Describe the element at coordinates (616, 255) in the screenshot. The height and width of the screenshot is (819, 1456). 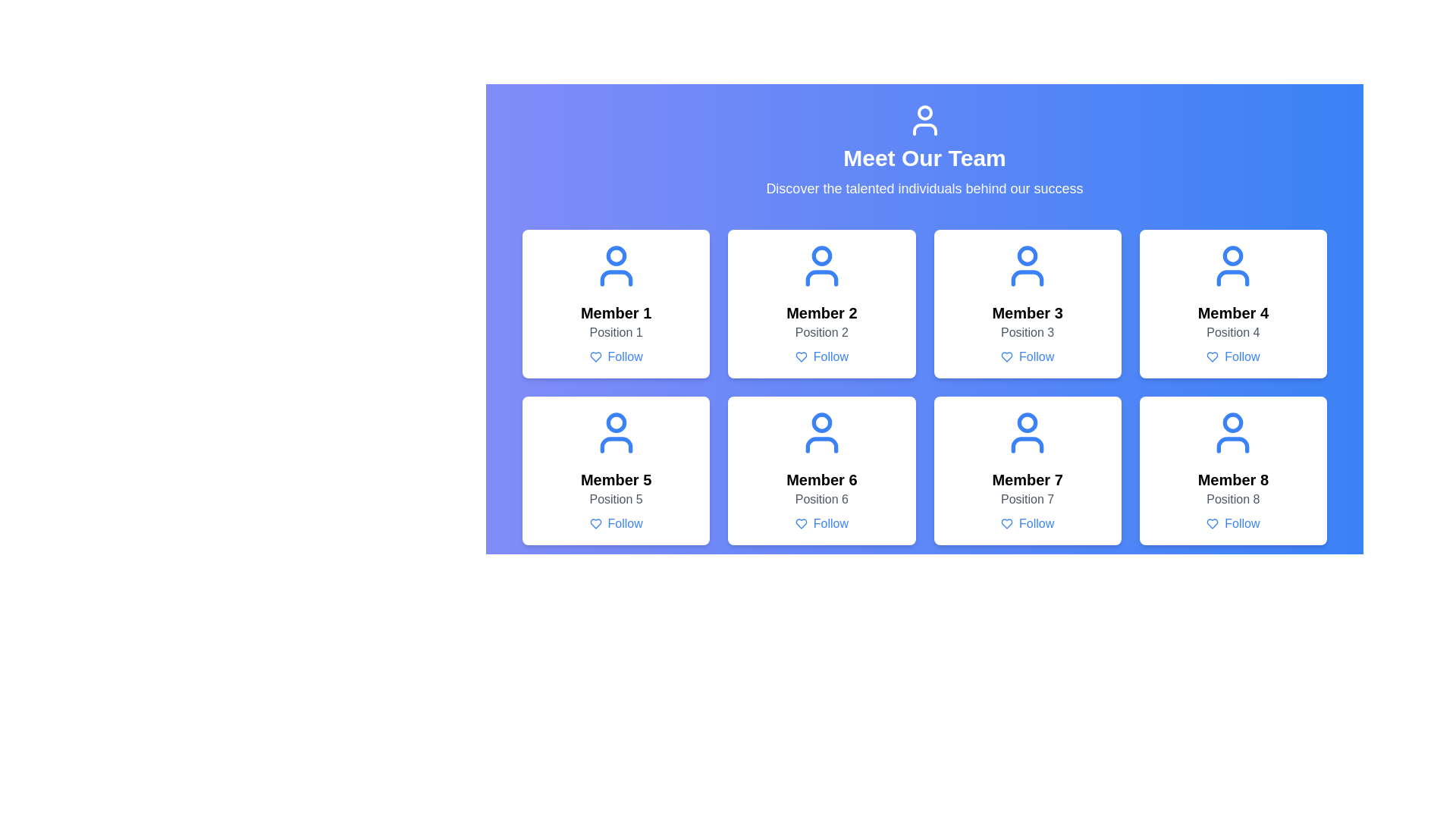
I see `the circular icon filled with white color, located in the head region of the avatar illustration for 'Member 1' in the user grid` at that location.